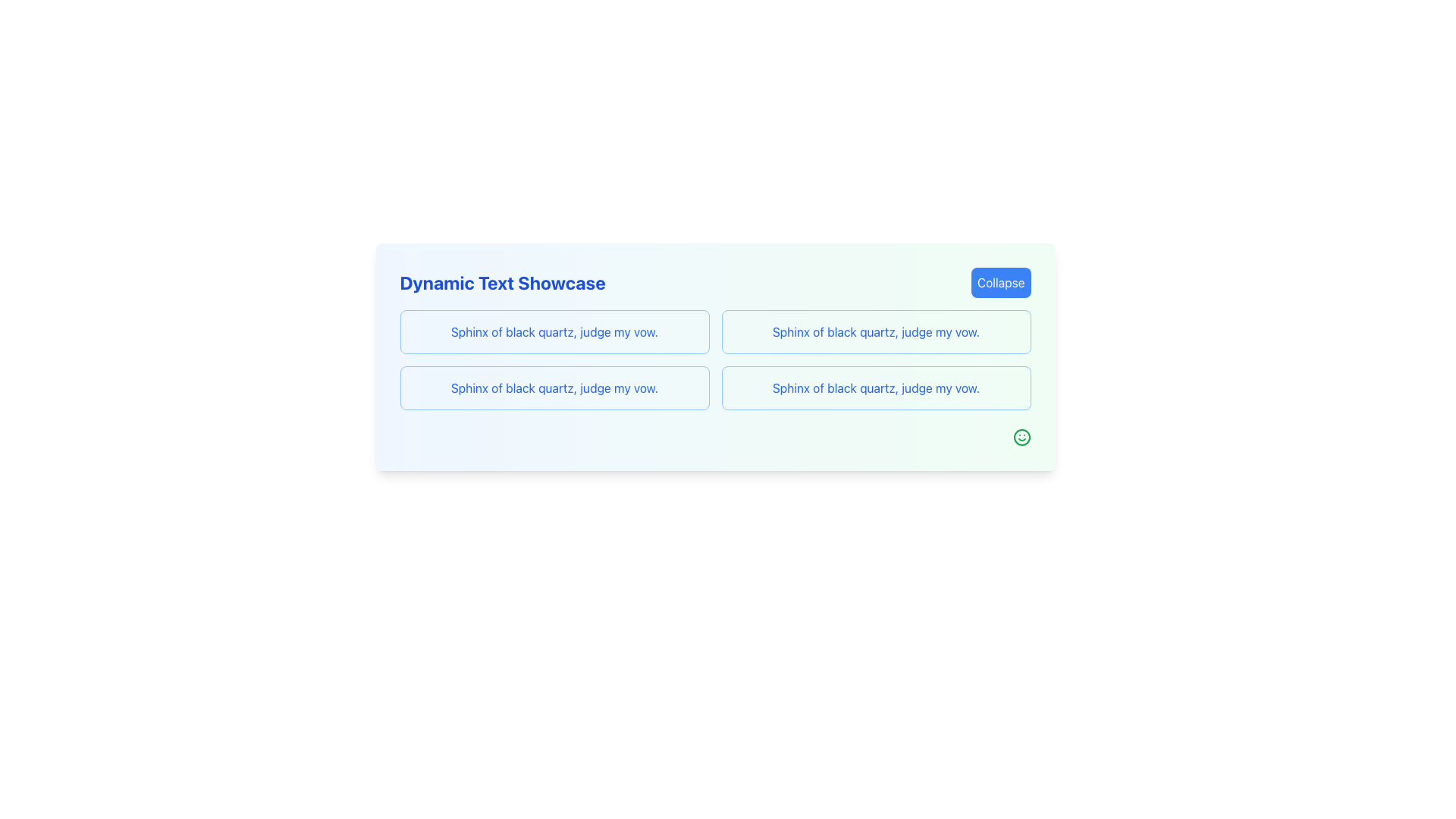  What do you see at coordinates (554, 388) in the screenshot?
I see `the static text display component located in the middle-left sub-section of the grid layout, which is the second item on the left column` at bounding box center [554, 388].